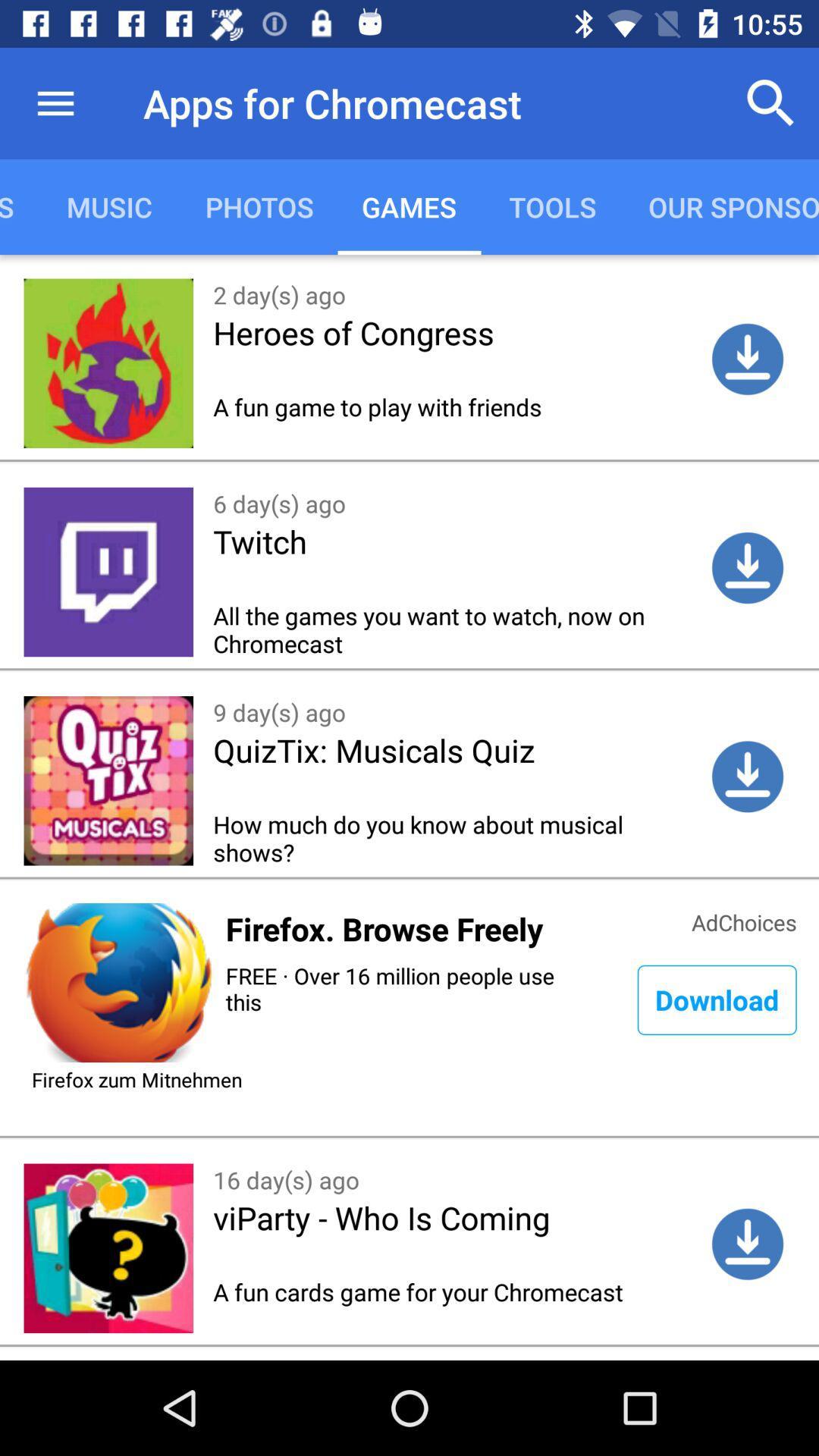 The width and height of the screenshot is (819, 1456). What do you see at coordinates (771, 102) in the screenshot?
I see `item next to the apps for chromecast` at bounding box center [771, 102].